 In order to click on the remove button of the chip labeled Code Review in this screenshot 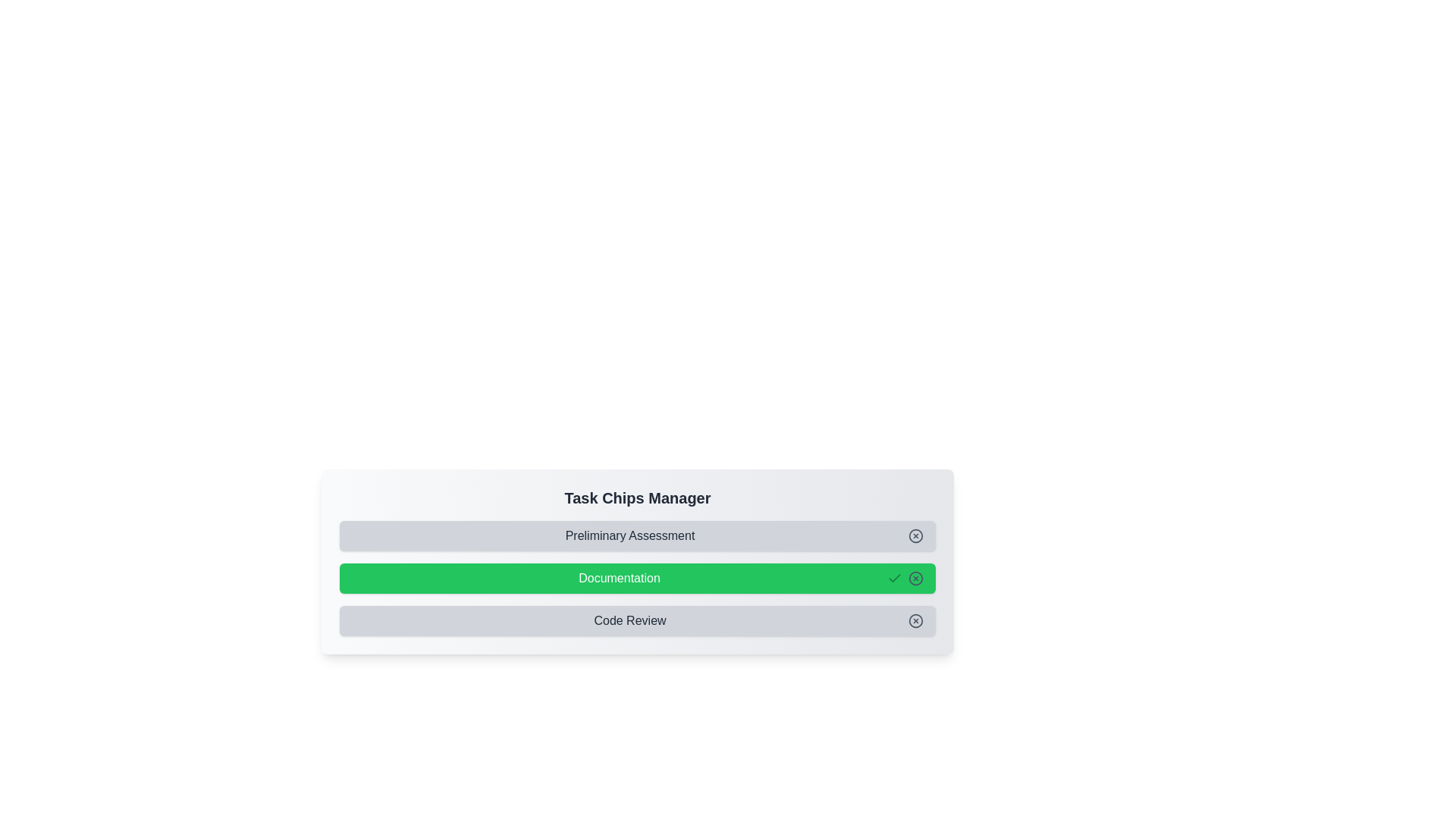, I will do `click(915, 620)`.